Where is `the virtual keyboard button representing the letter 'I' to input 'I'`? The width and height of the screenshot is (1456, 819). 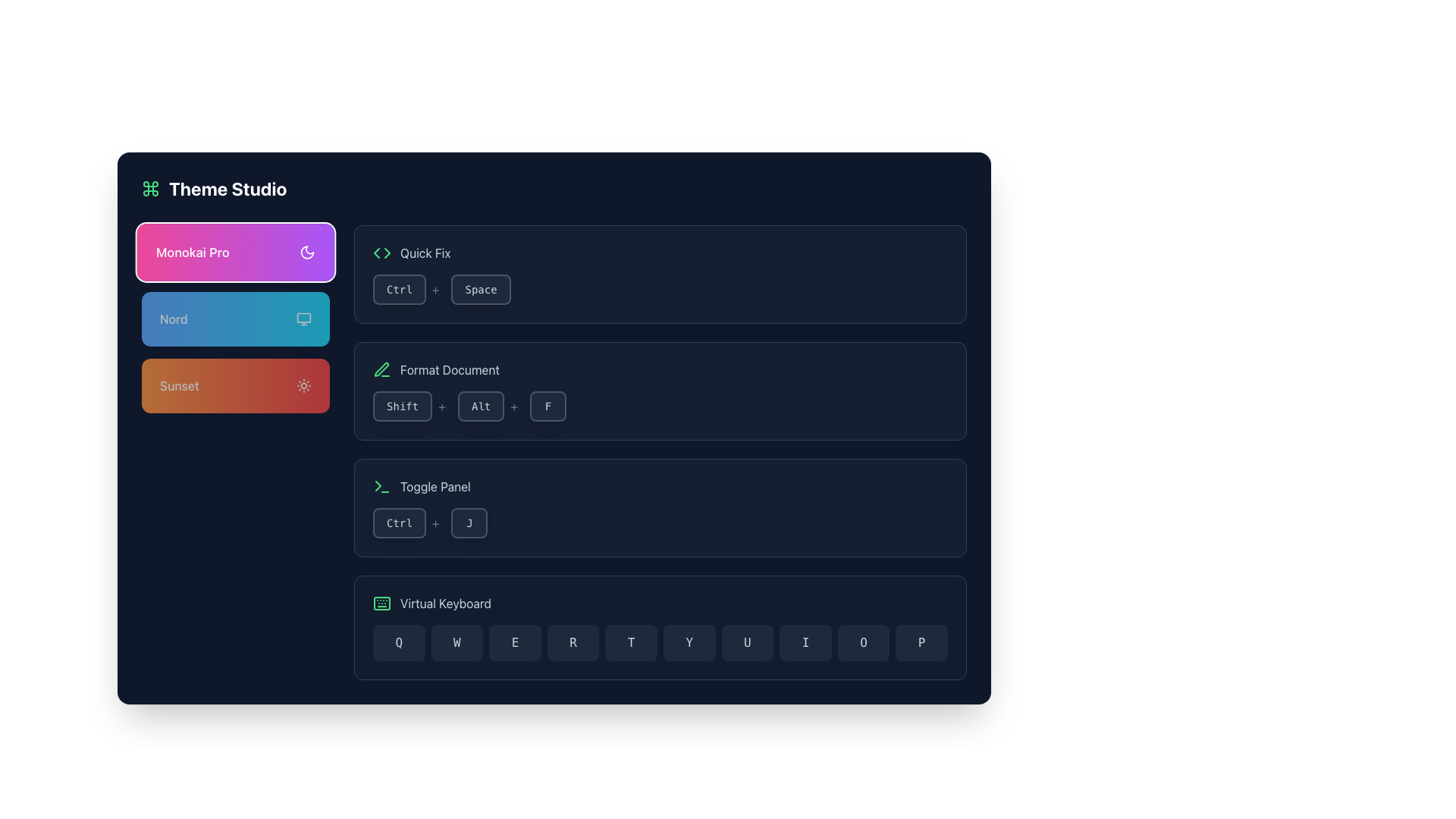
the virtual keyboard button representing the letter 'I' to input 'I' is located at coordinates (805, 643).